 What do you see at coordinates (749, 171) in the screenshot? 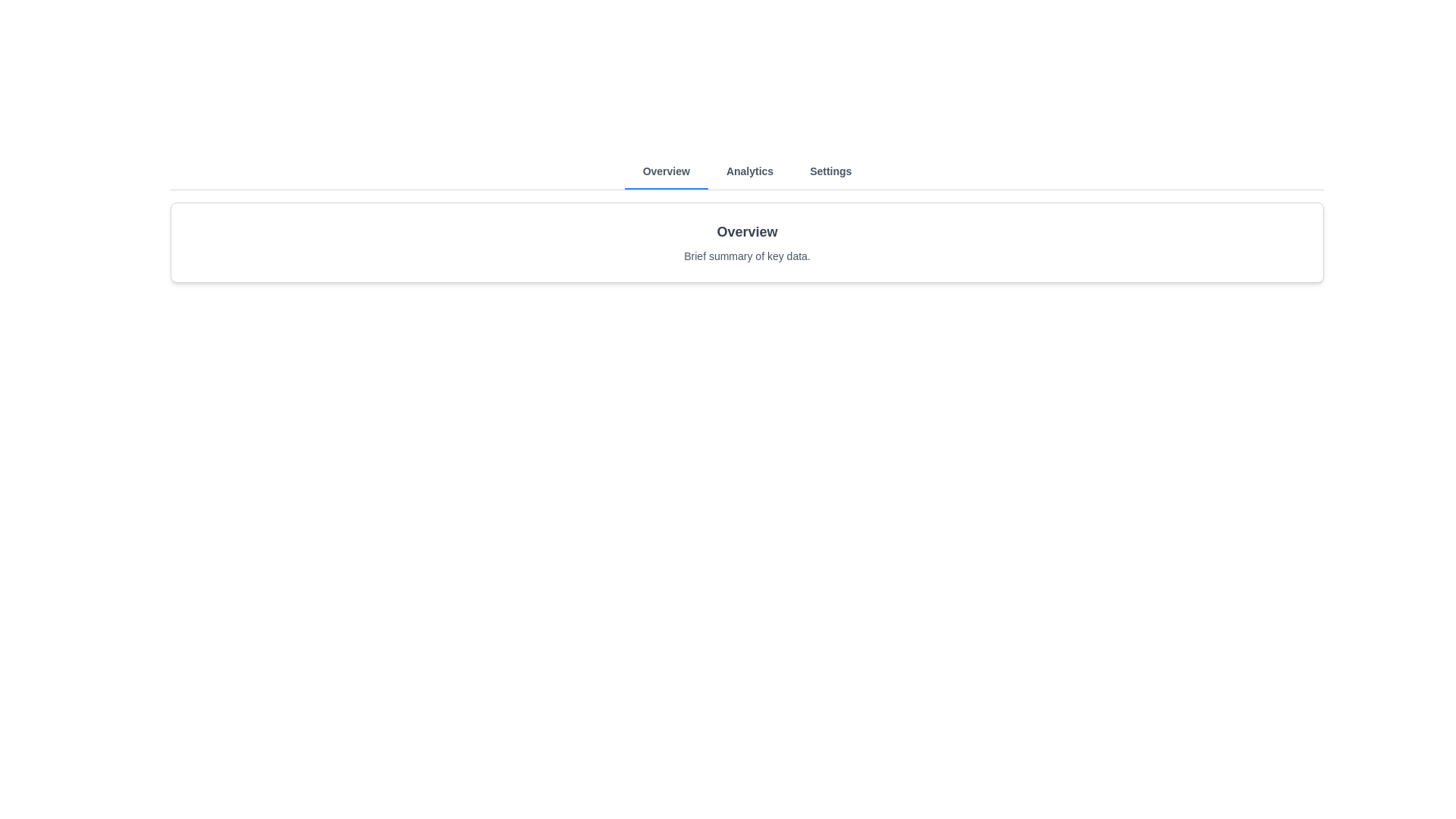
I see `the Analytics tab` at bounding box center [749, 171].